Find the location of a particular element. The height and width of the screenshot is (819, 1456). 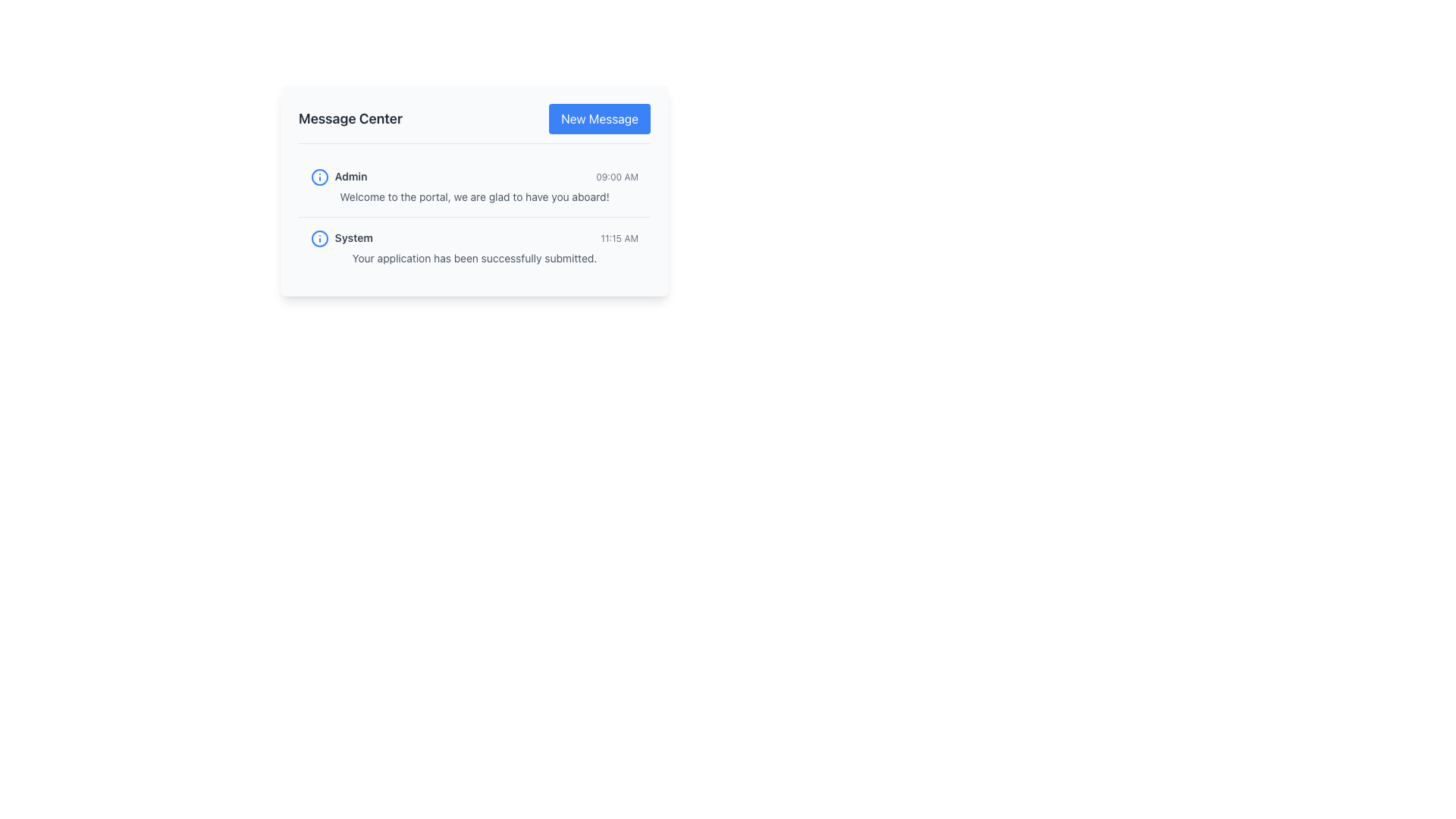

the 'Admin' icon in the Message Center interface, which visually denotes messages authored by 'Admin' and is positioned to the left of the 'Admin' text label is located at coordinates (319, 177).